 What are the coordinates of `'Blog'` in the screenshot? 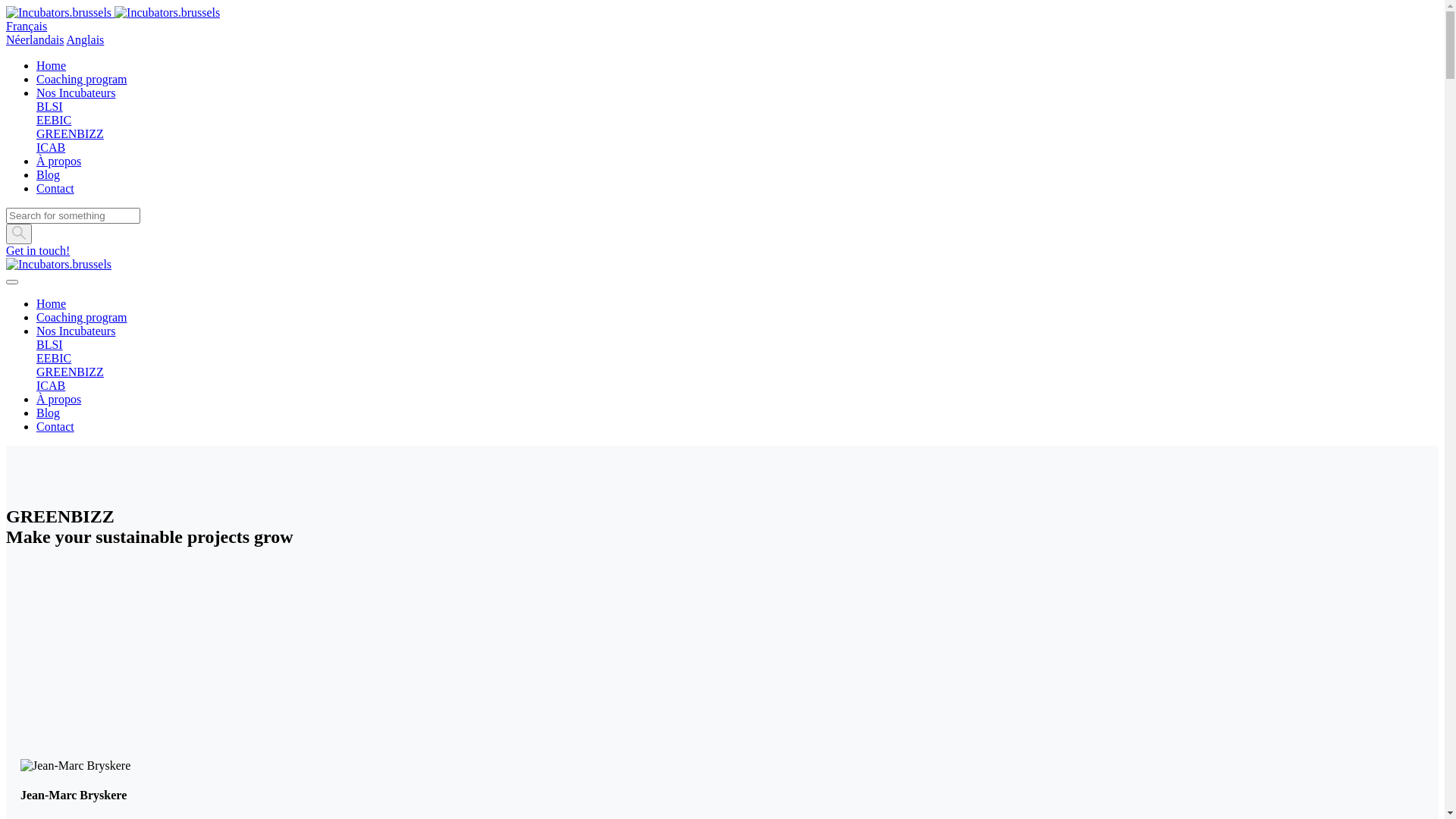 It's located at (48, 174).